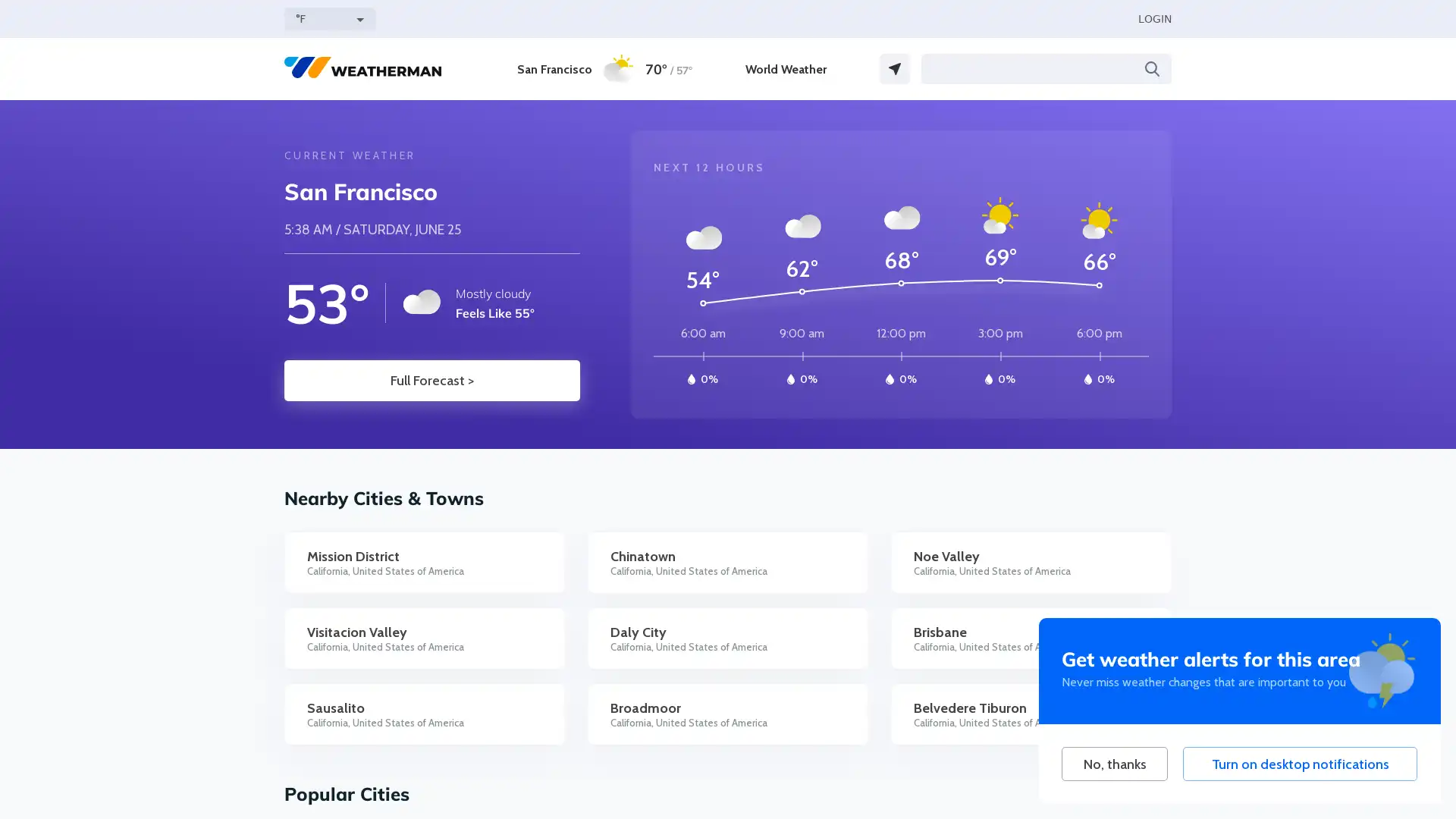 This screenshot has height=819, width=1456. I want to click on GPS Location, so click(895, 69).